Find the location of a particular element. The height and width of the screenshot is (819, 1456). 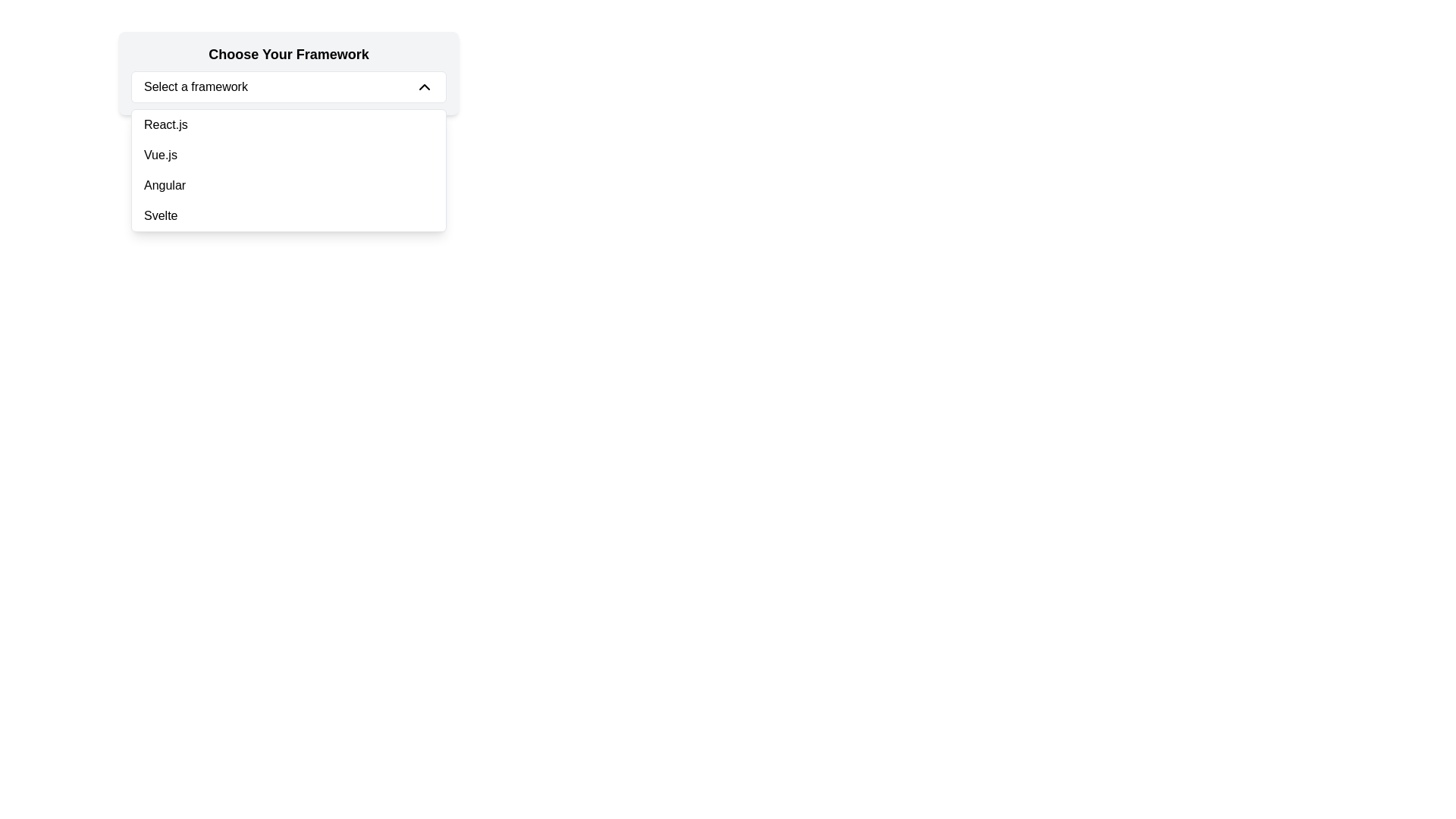

the dropdown menu item 'Vue.js' is located at coordinates (288, 170).